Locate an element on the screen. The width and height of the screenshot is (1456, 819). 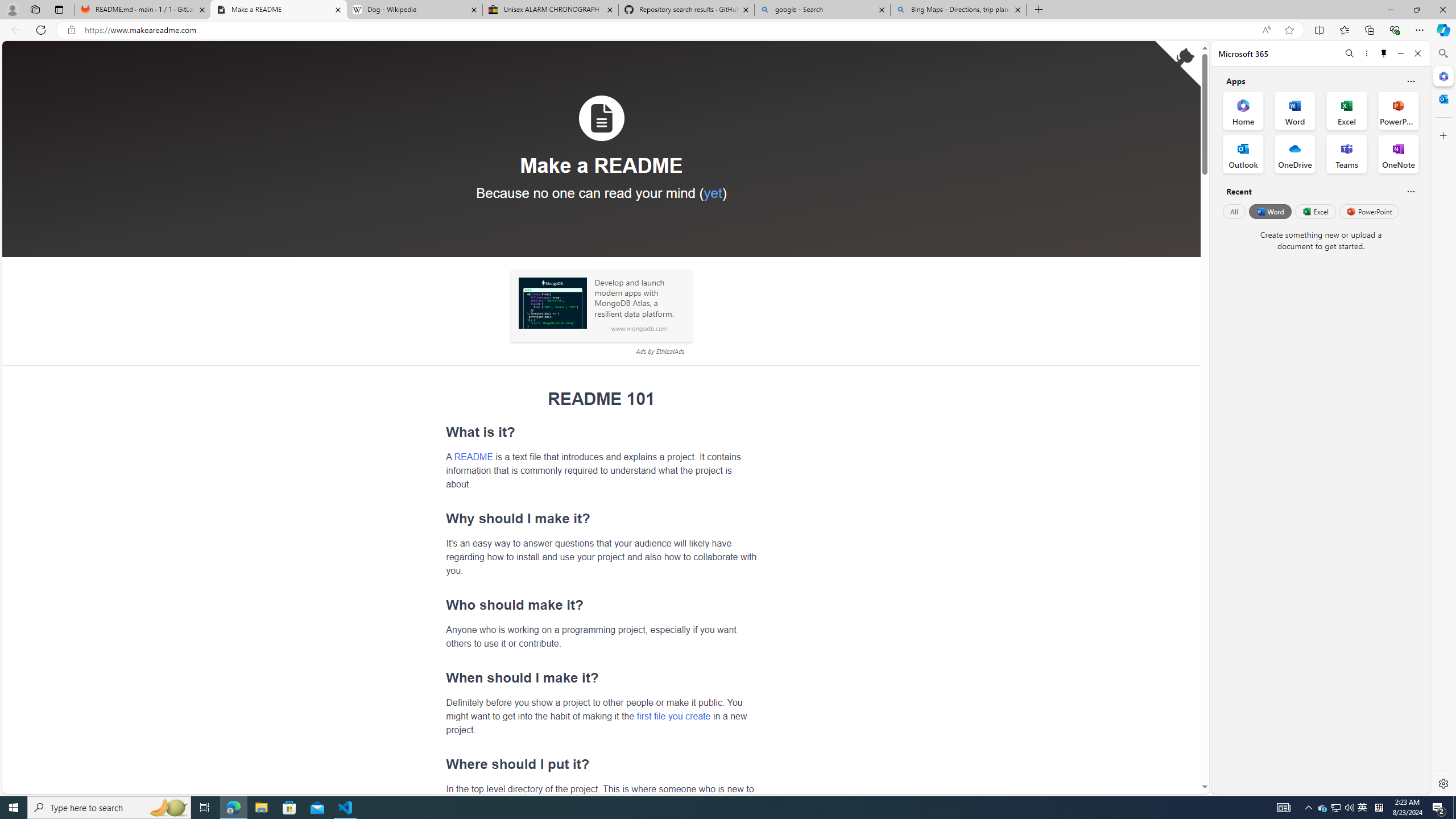
'OneNote Office App' is located at coordinates (1398, 154).